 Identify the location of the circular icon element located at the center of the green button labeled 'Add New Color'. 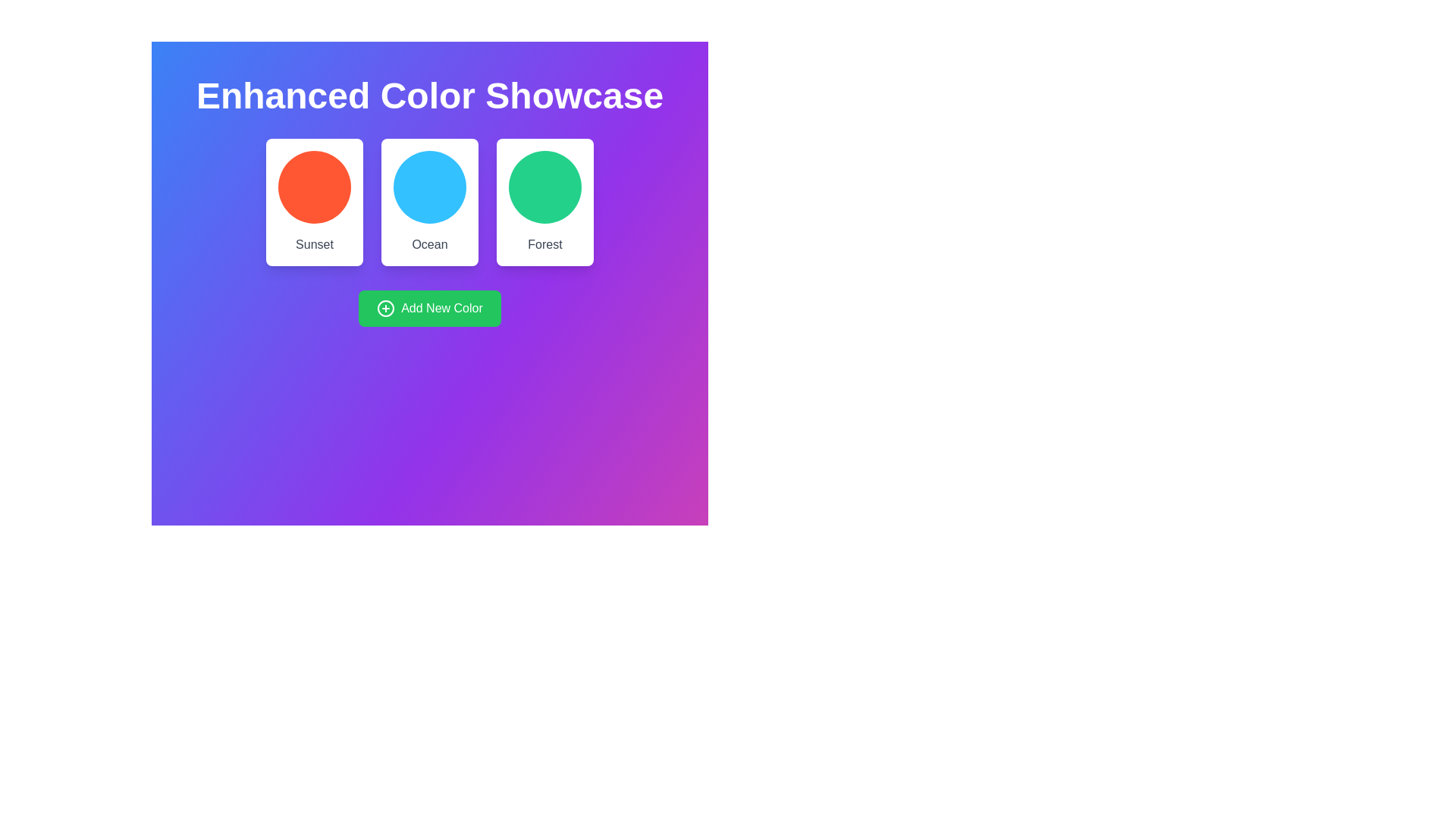
(386, 308).